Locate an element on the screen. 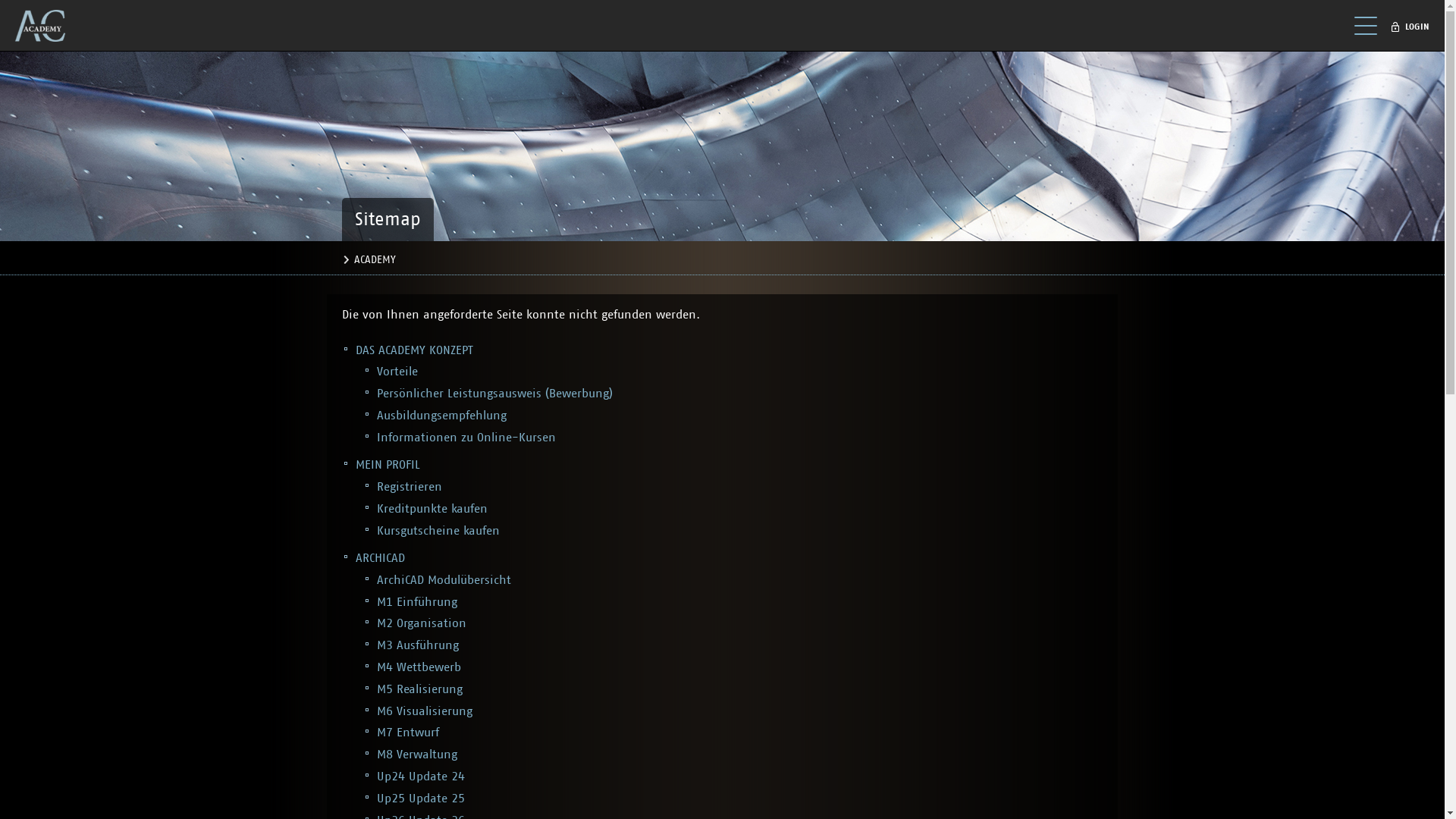 This screenshot has height=819, width=1456. 'M5 Realisierung' is located at coordinates (419, 689).